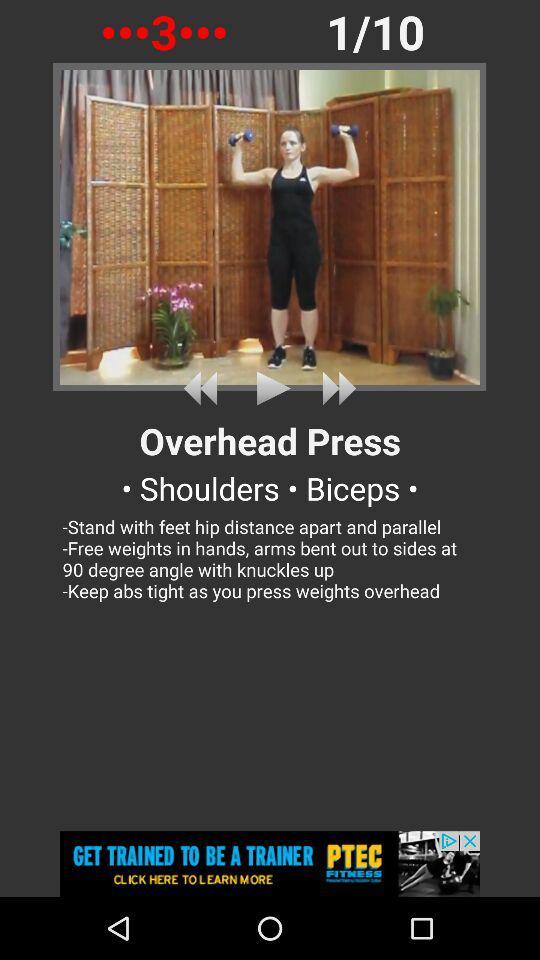 This screenshot has width=540, height=960. Describe the element at coordinates (270, 387) in the screenshot. I see `the video` at that location.